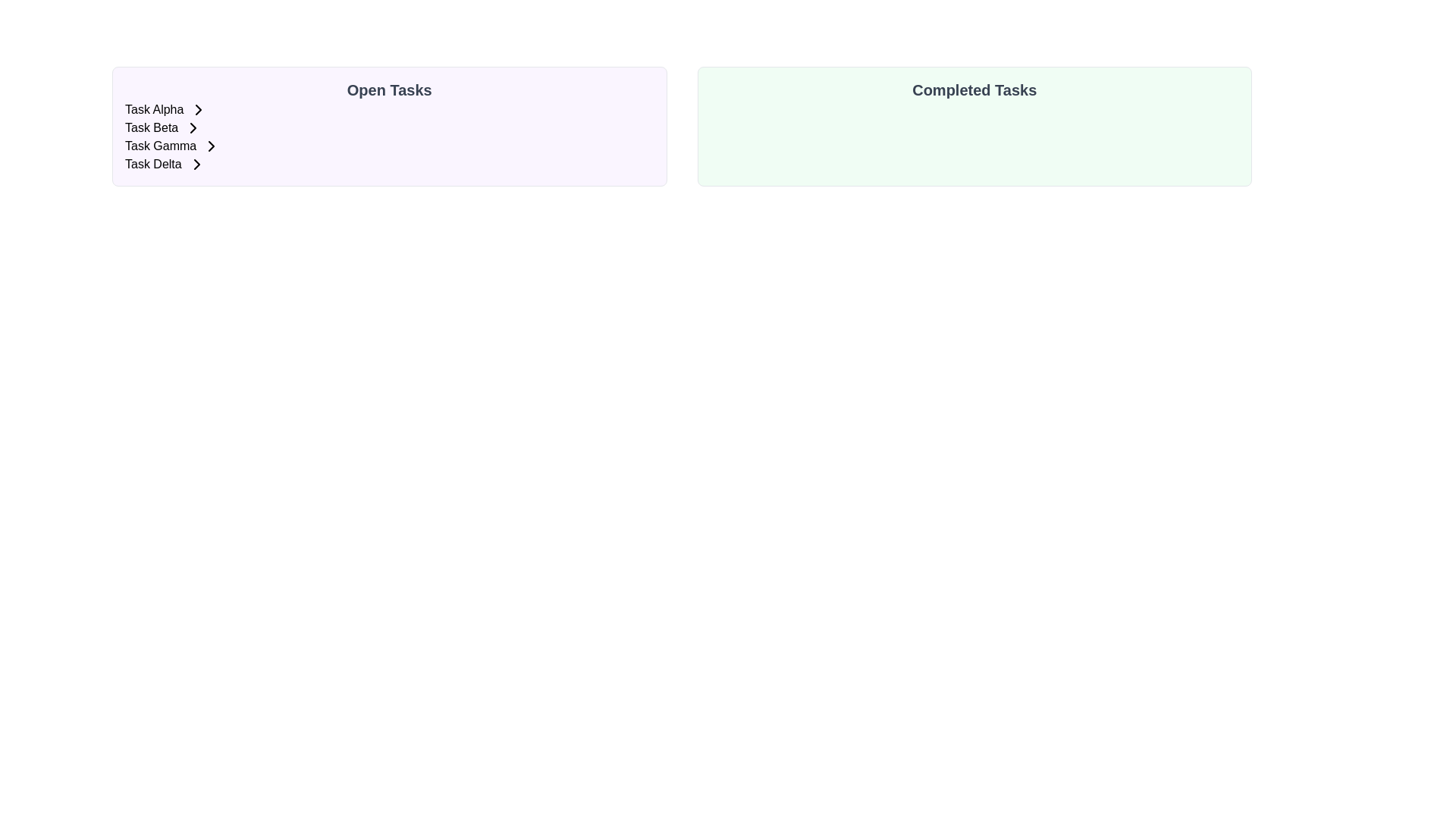 Image resolution: width=1456 pixels, height=819 pixels. Describe the element at coordinates (192, 127) in the screenshot. I see `right-chevron button beside the task Task Beta to move it to 'Completed Tasks'` at that location.